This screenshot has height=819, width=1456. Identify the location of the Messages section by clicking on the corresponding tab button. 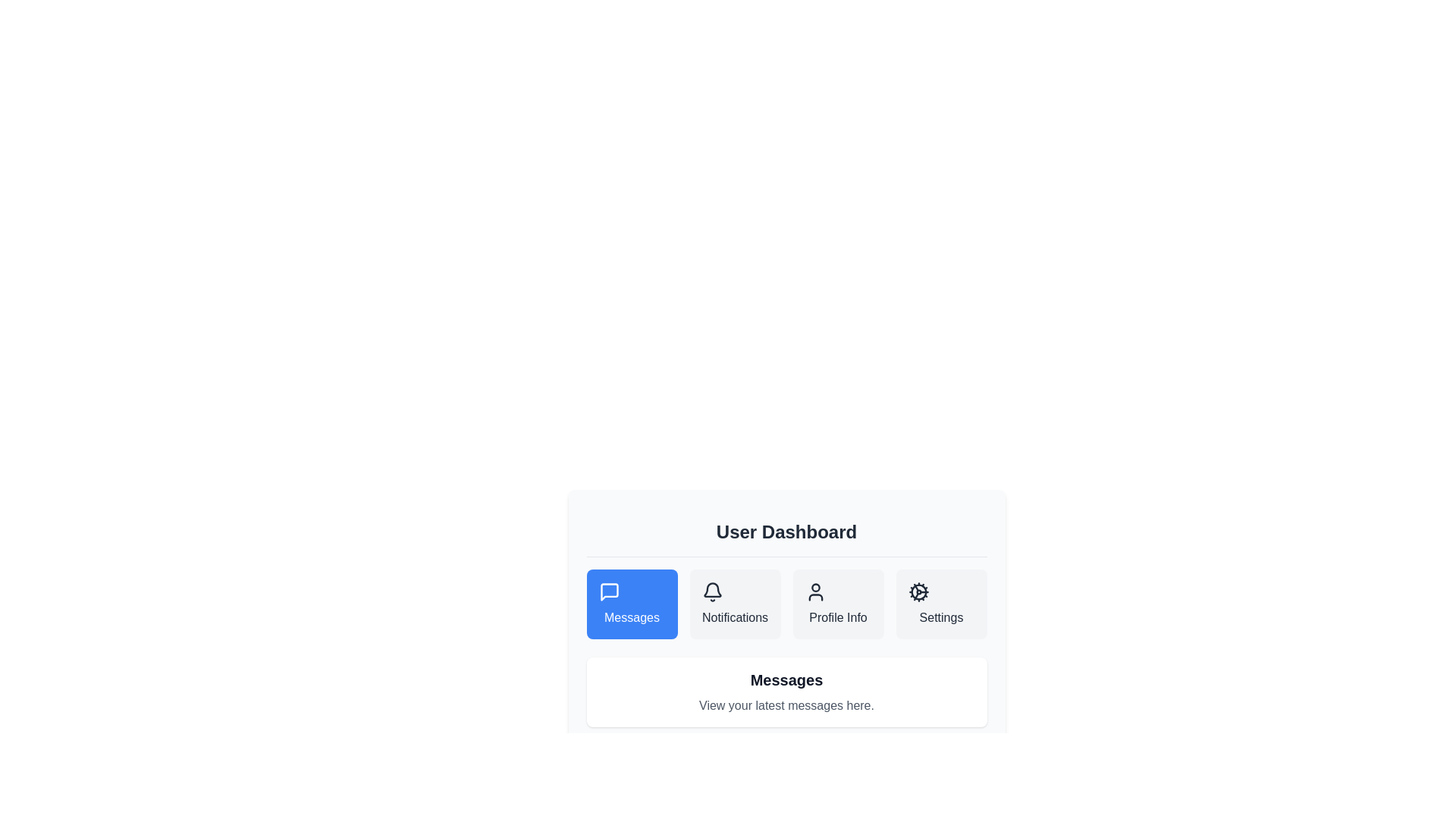
(632, 604).